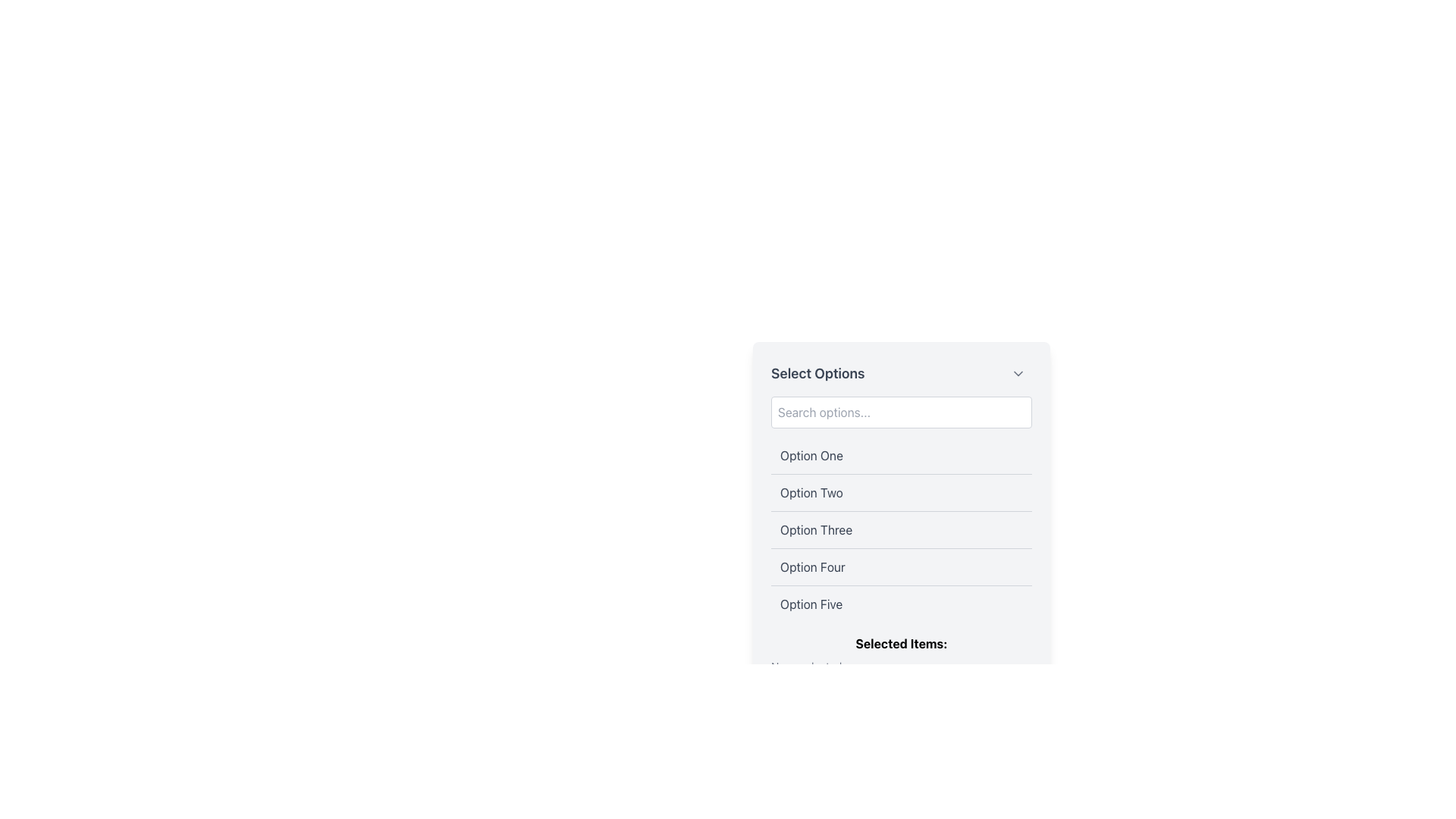 This screenshot has width=1456, height=819. I want to click on the List Item labeled 'Option Five', so click(902, 602).